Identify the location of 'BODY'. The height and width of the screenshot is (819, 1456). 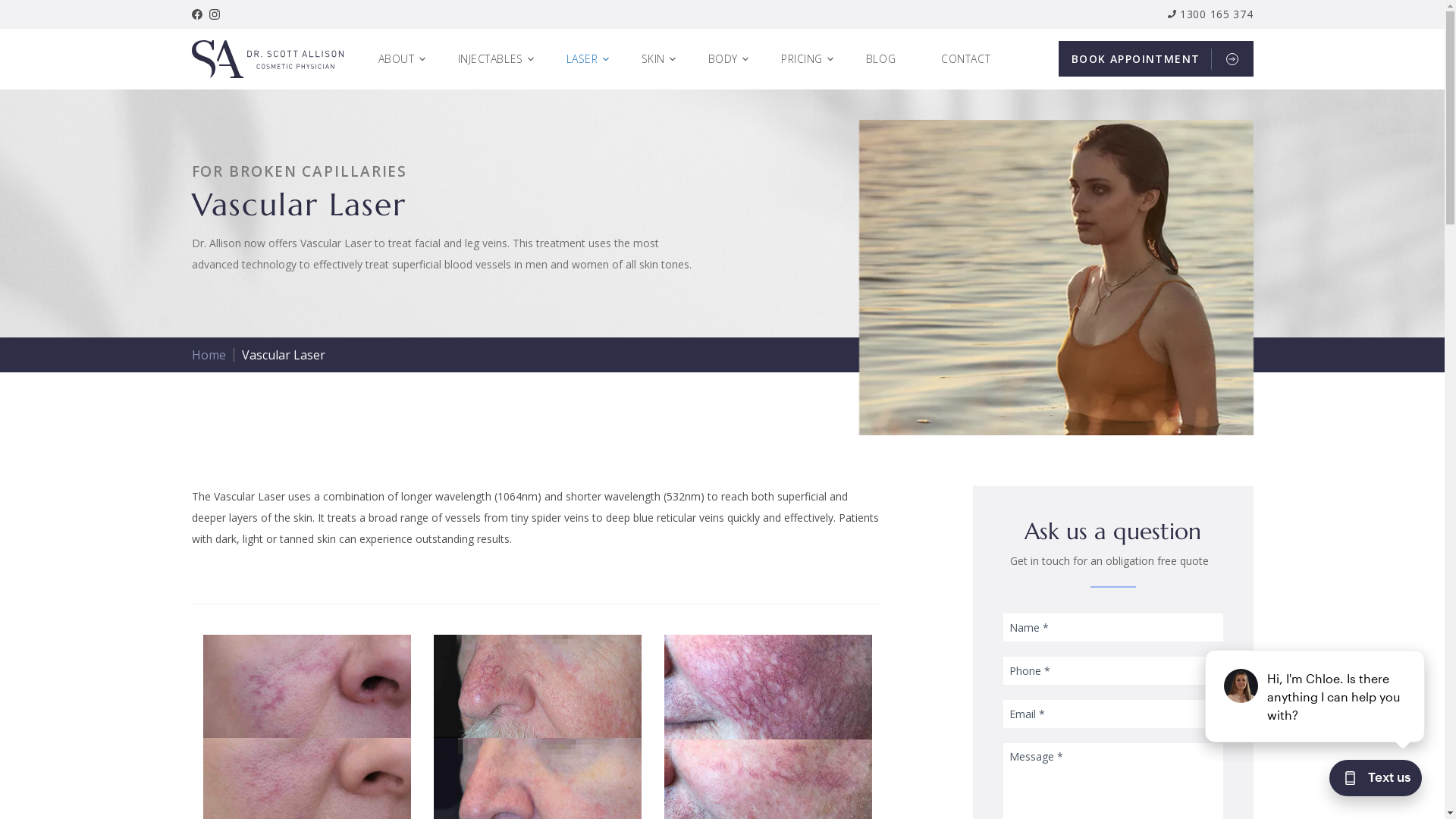
(729, 58).